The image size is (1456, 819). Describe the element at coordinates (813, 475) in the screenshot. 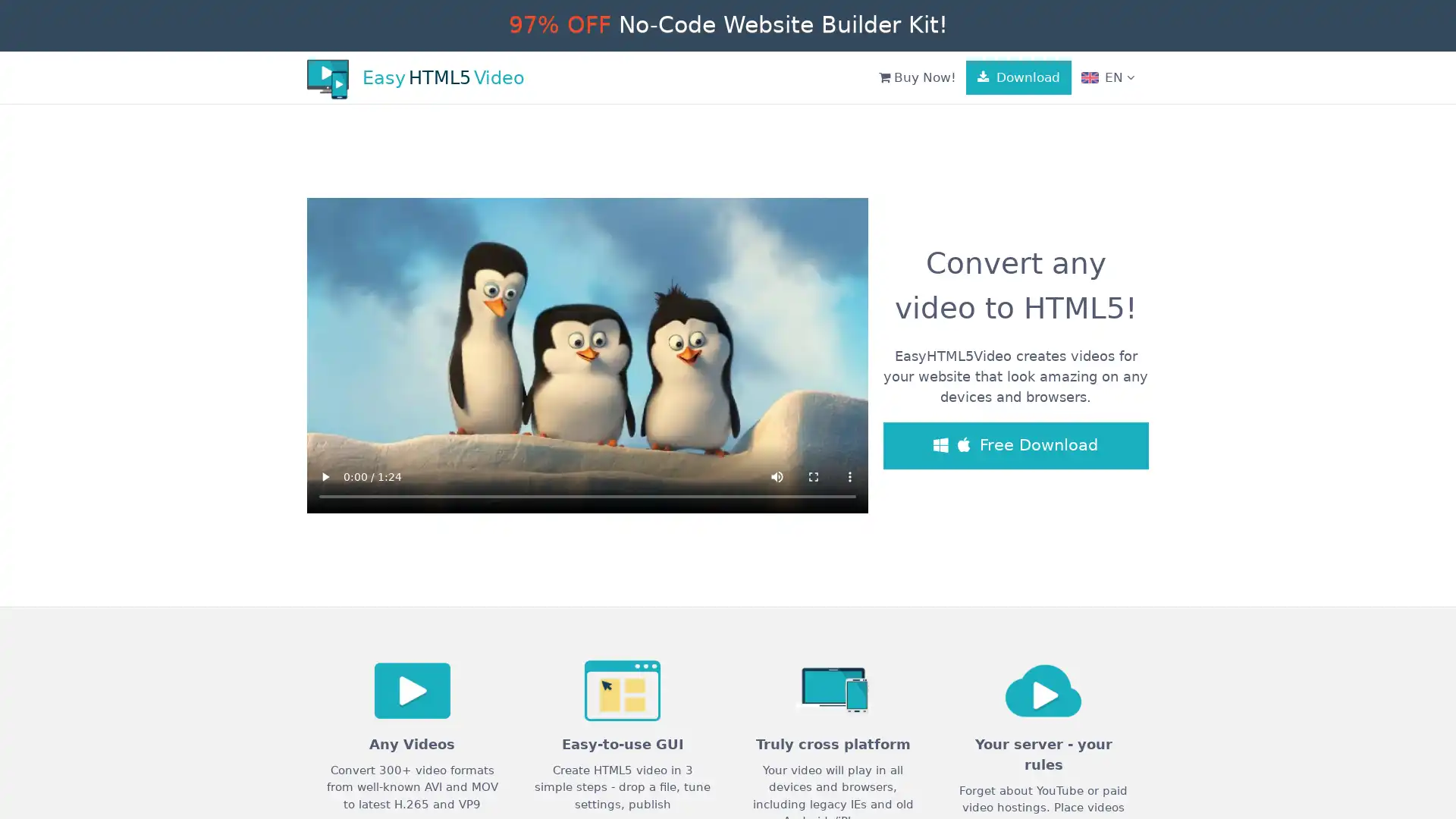

I see `enter full screen` at that location.